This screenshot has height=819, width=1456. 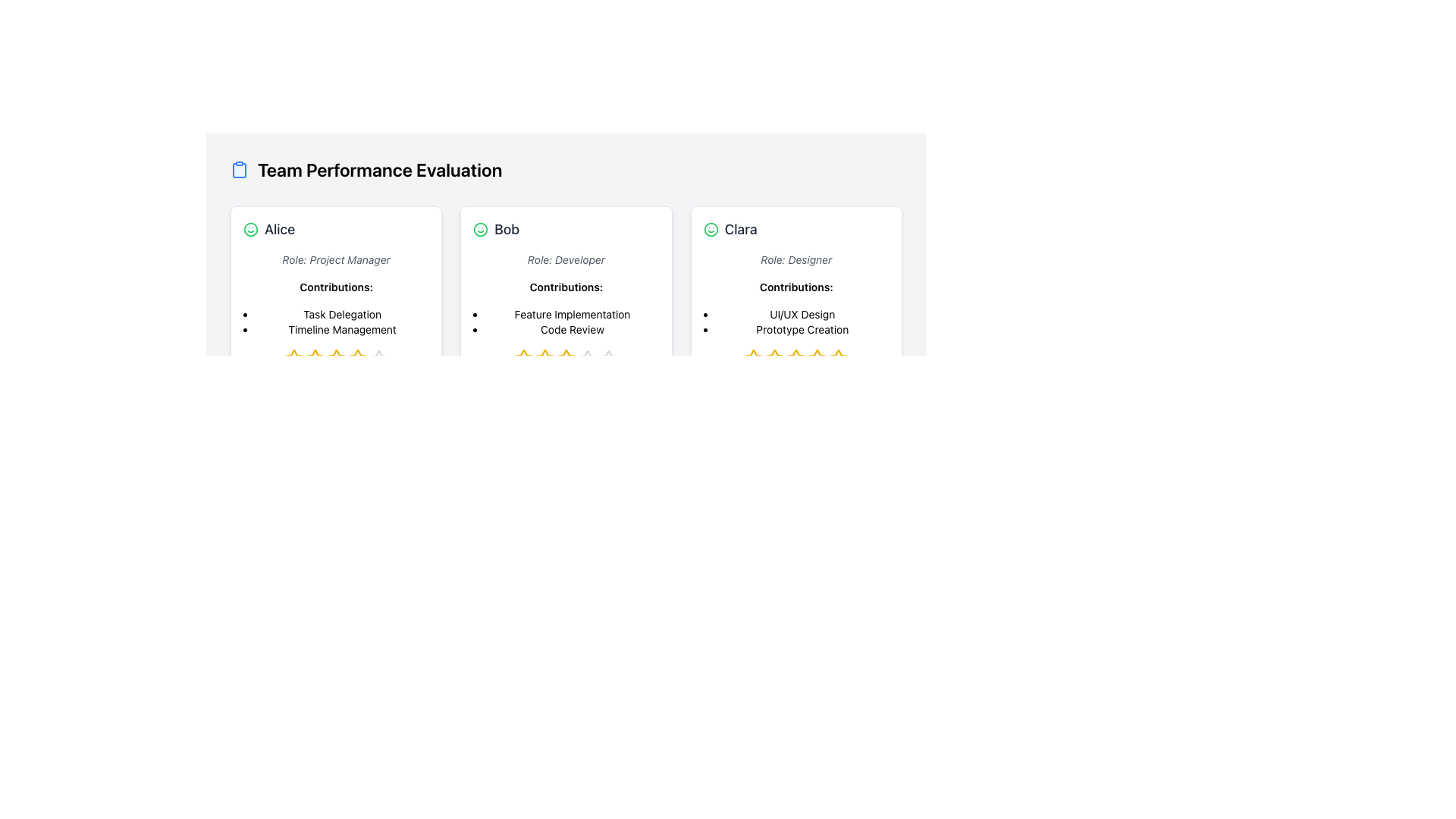 I want to click on the clipboard icon located before the title text 'Team Performance Evaluation', so click(x=239, y=169).